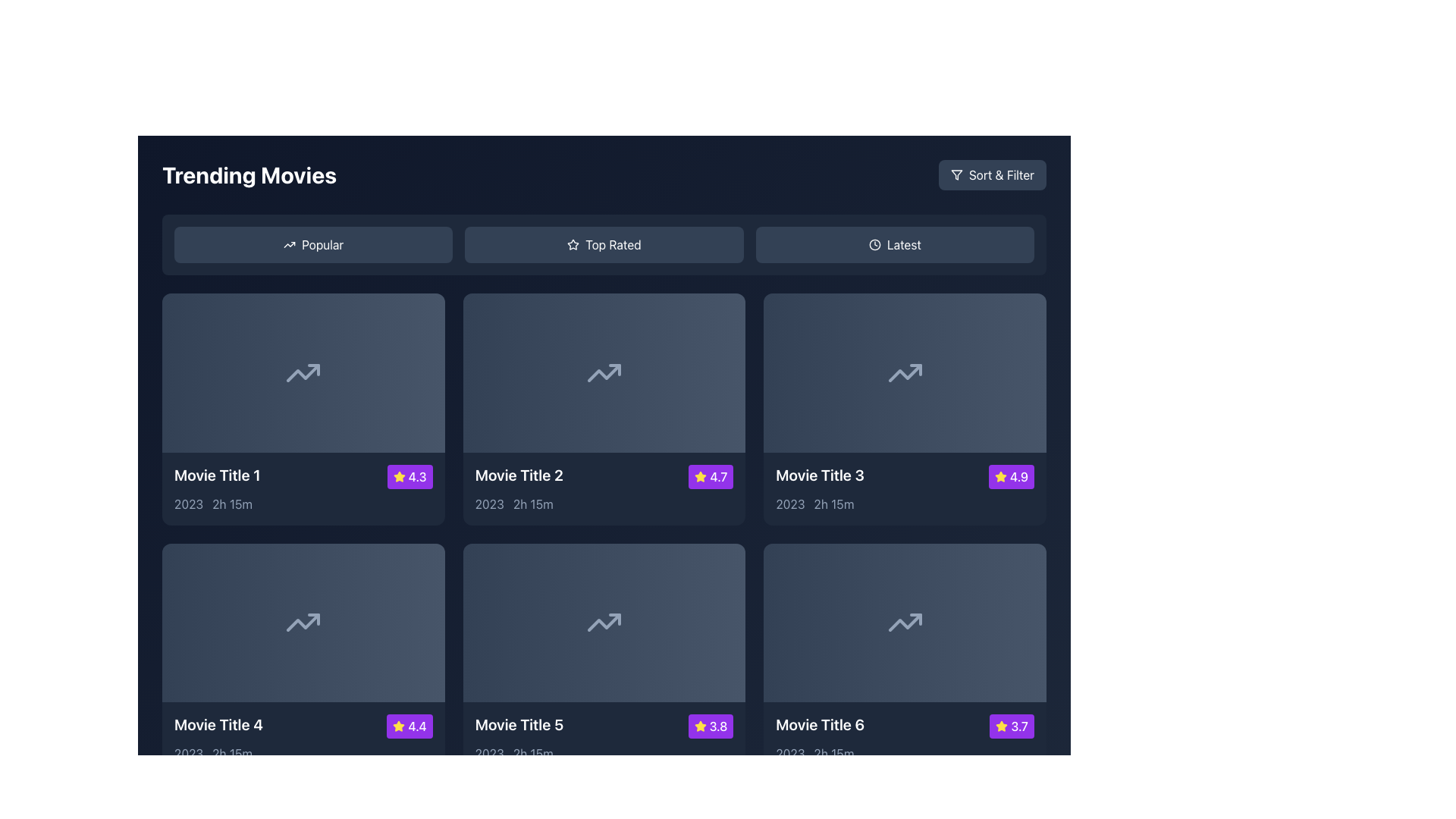  What do you see at coordinates (1001, 174) in the screenshot?
I see `the 'Sort & Filter' text label inside the button with a dark slate background` at bounding box center [1001, 174].